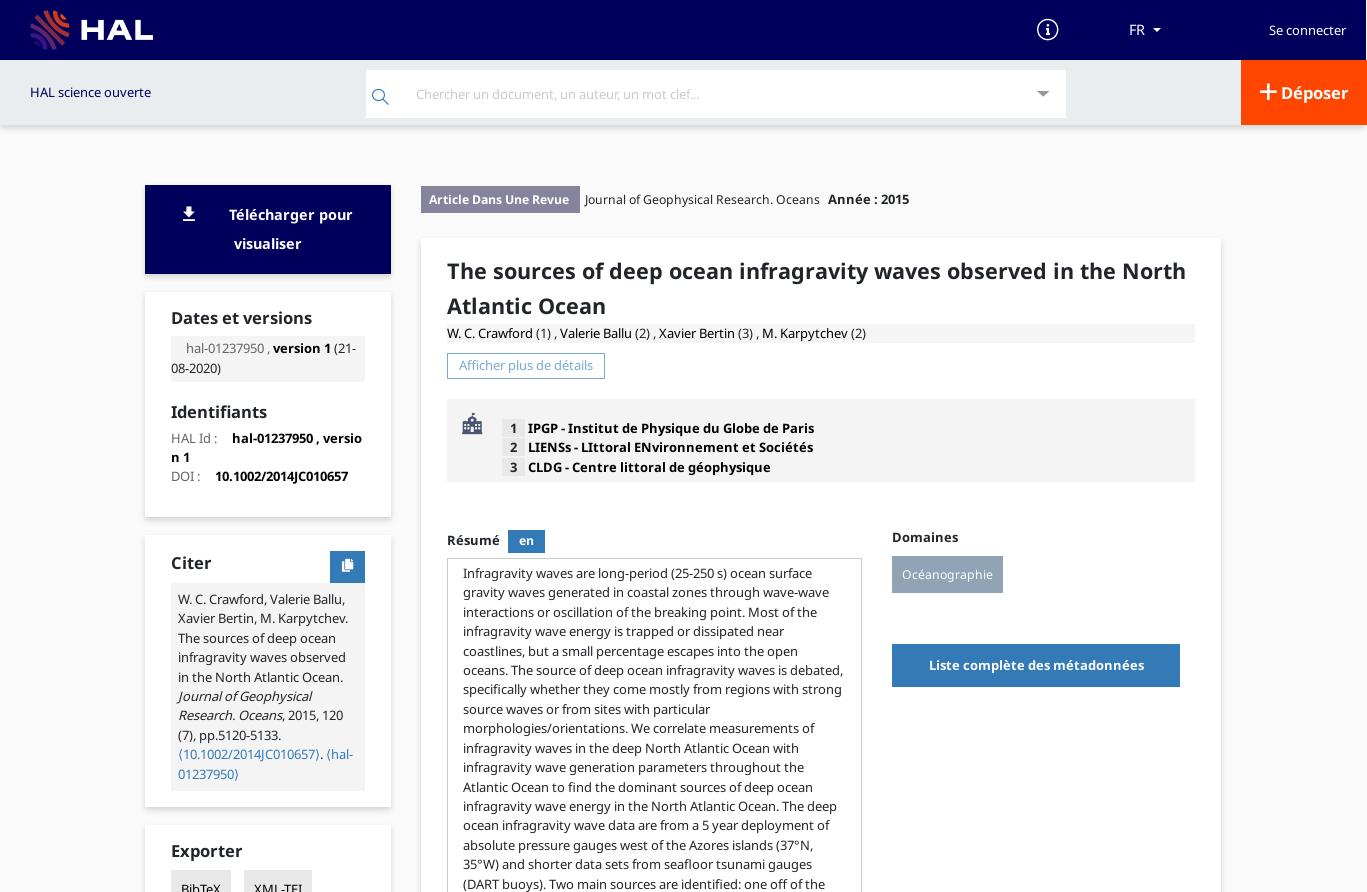  What do you see at coordinates (280, 475) in the screenshot?
I see `'10.1002/2014JC010657'` at bounding box center [280, 475].